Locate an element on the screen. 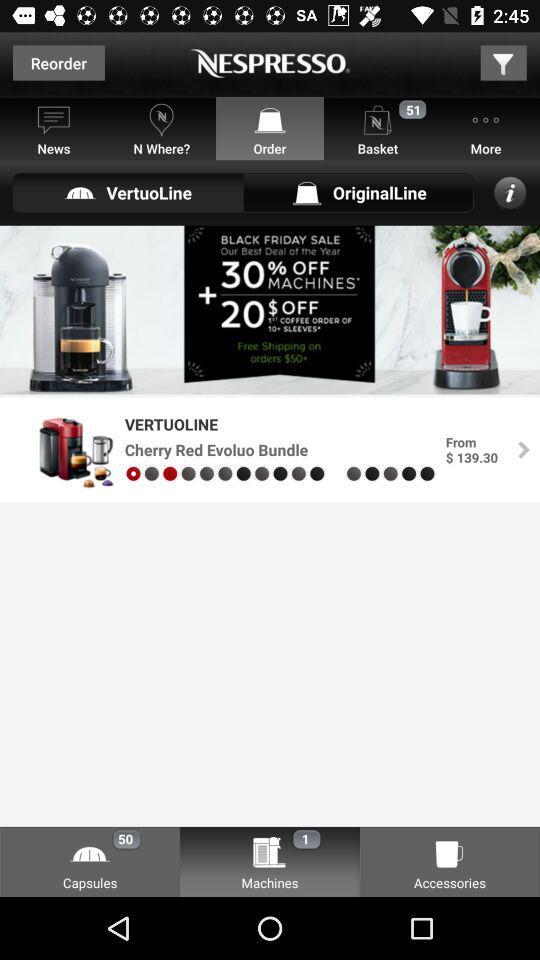 The width and height of the screenshot is (540, 960). the filter icon is located at coordinates (502, 62).